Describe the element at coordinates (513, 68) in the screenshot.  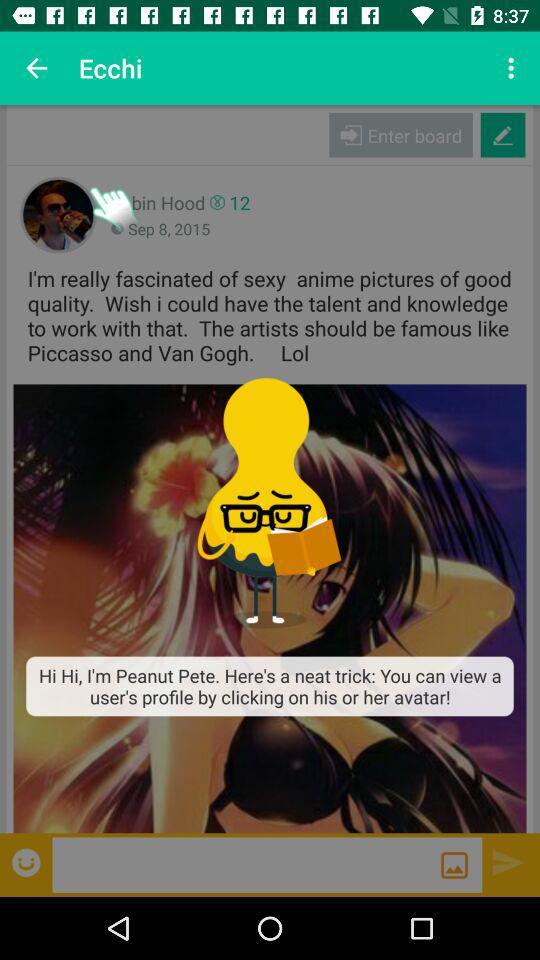
I see `the icon to the right of the ecchi  item` at that location.